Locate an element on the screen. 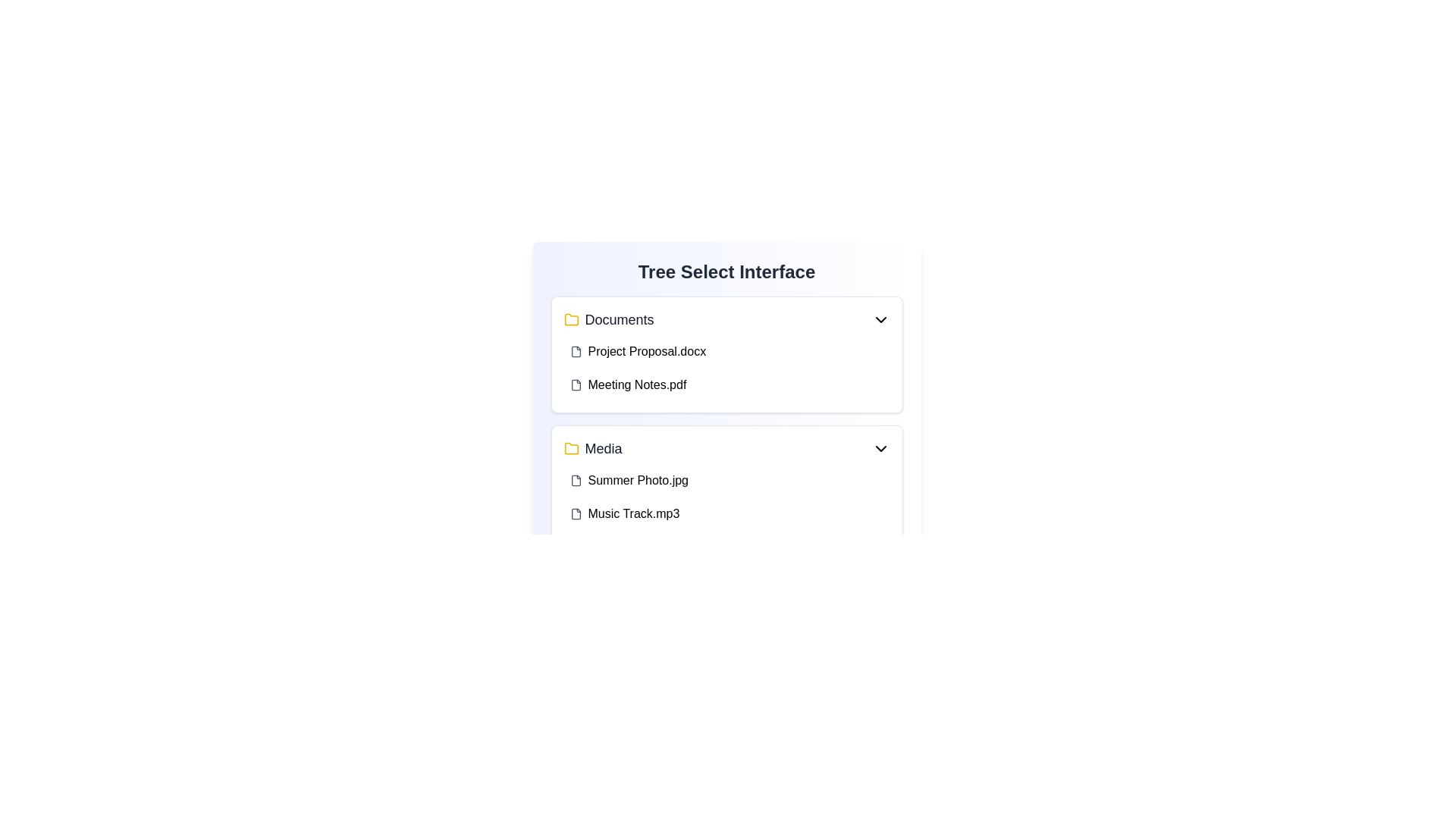 Image resolution: width=1456 pixels, height=819 pixels. the document icon, which is a simplified outline of a document with a folded corner, located in the 'Documents' section near 'Project Proposal.docx' is located at coordinates (575, 351).